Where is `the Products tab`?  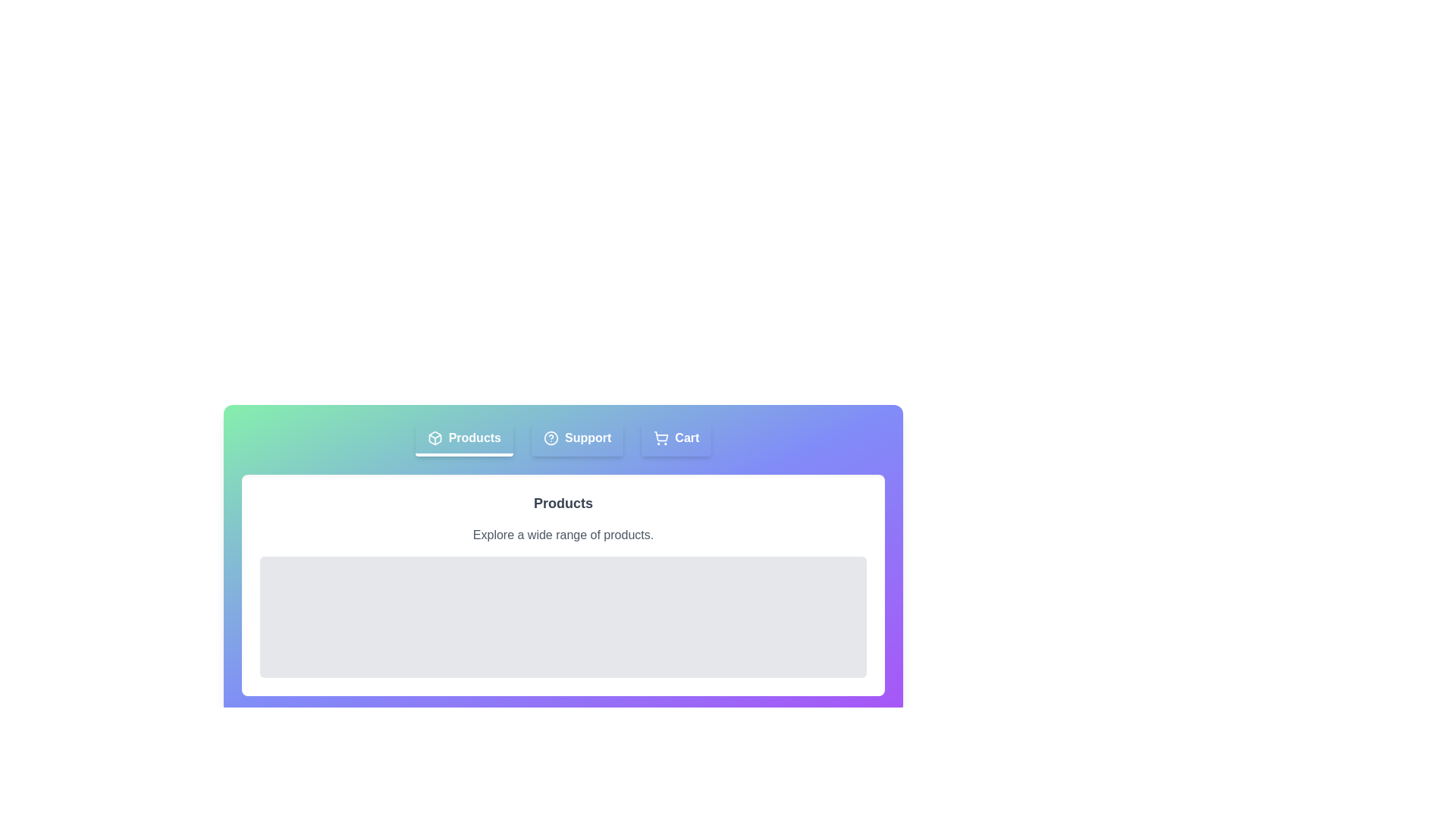
the Products tab is located at coordinates (463, 439).